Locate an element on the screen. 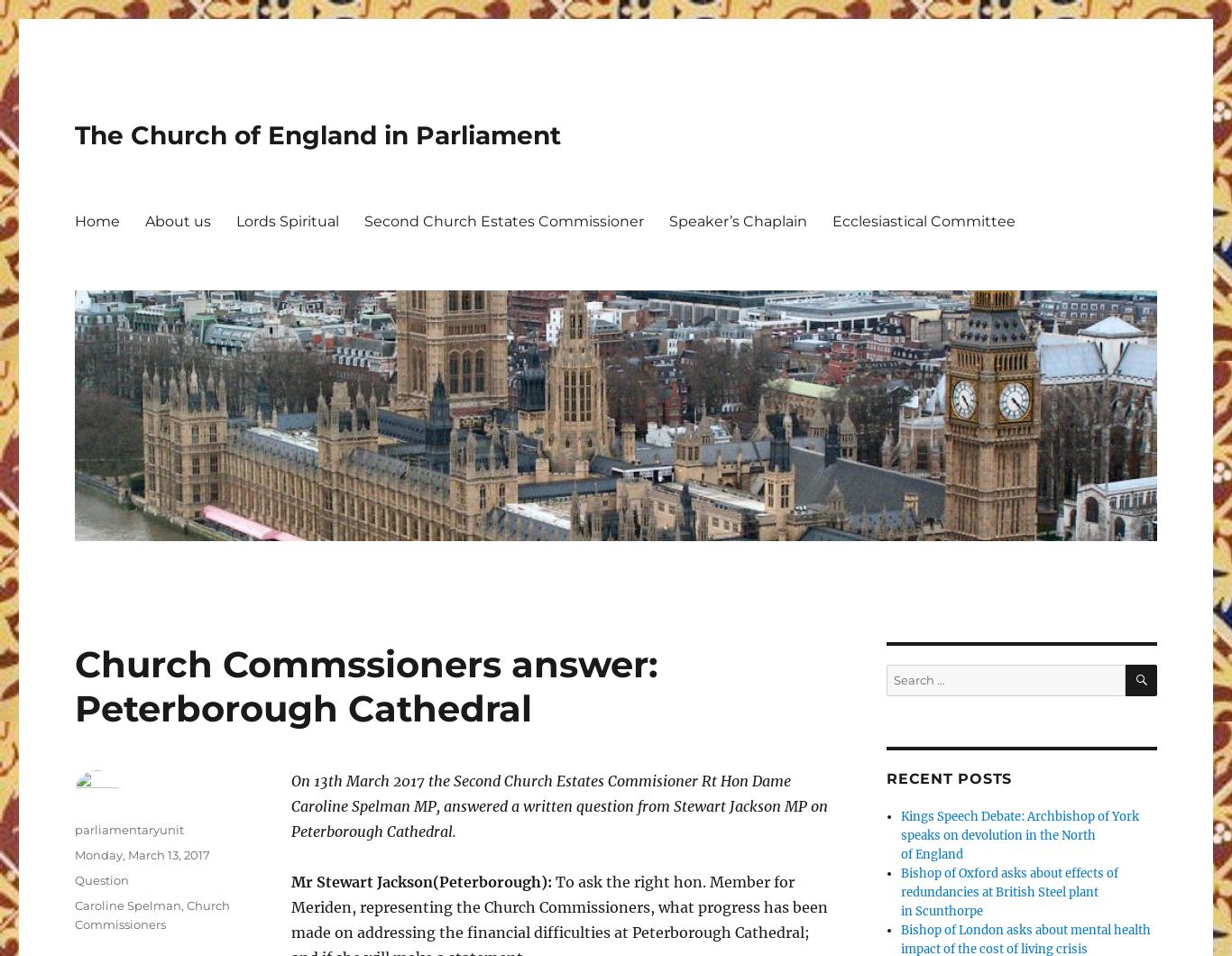 The height and width of the screenshot is (956, 1232). 'Church Commssioners answer: Peterborough Cathedral' is located at coordinates (364, 685).